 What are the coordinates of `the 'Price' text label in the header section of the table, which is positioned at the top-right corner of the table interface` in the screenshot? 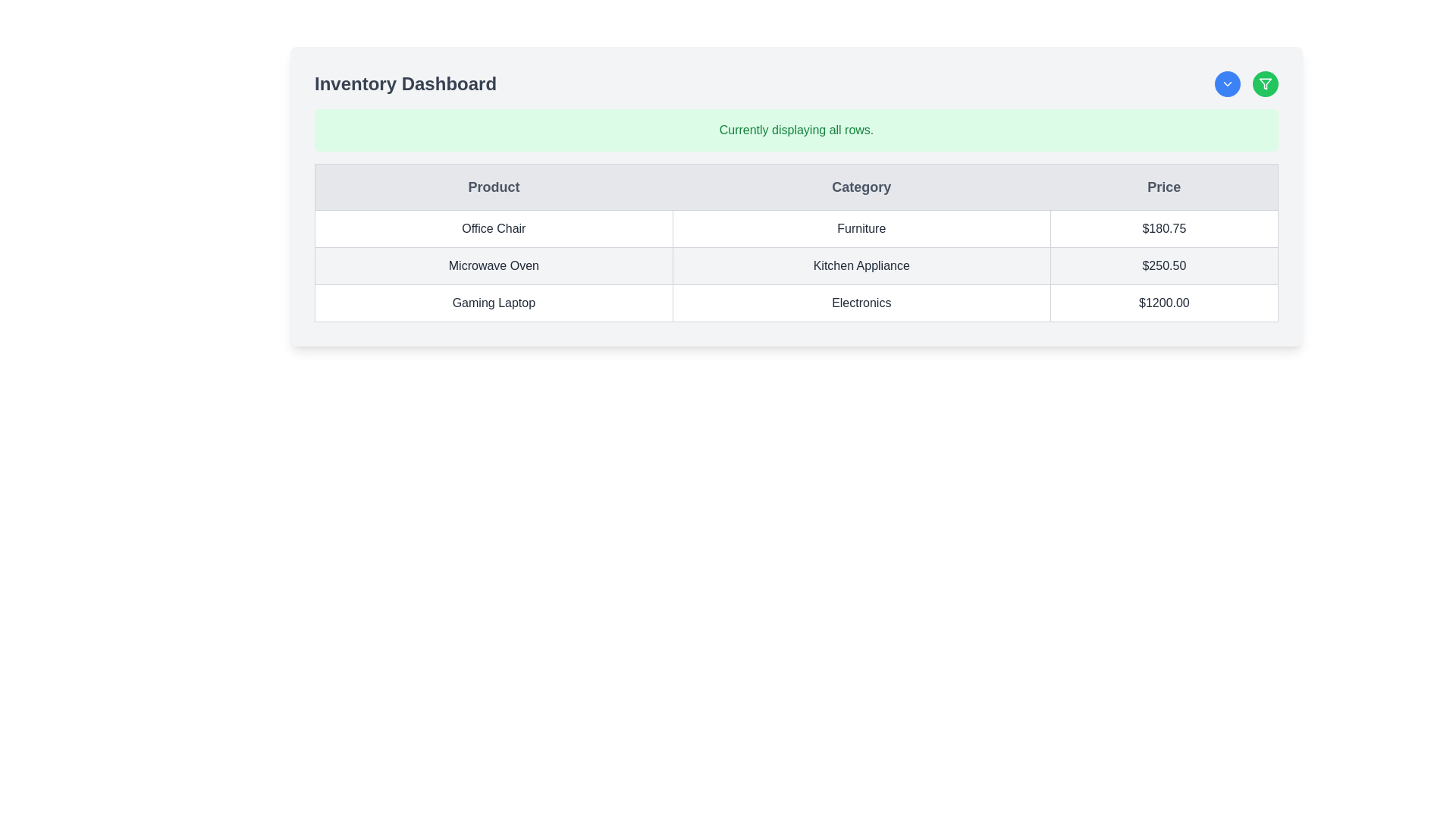 It's located at (1163, 186).